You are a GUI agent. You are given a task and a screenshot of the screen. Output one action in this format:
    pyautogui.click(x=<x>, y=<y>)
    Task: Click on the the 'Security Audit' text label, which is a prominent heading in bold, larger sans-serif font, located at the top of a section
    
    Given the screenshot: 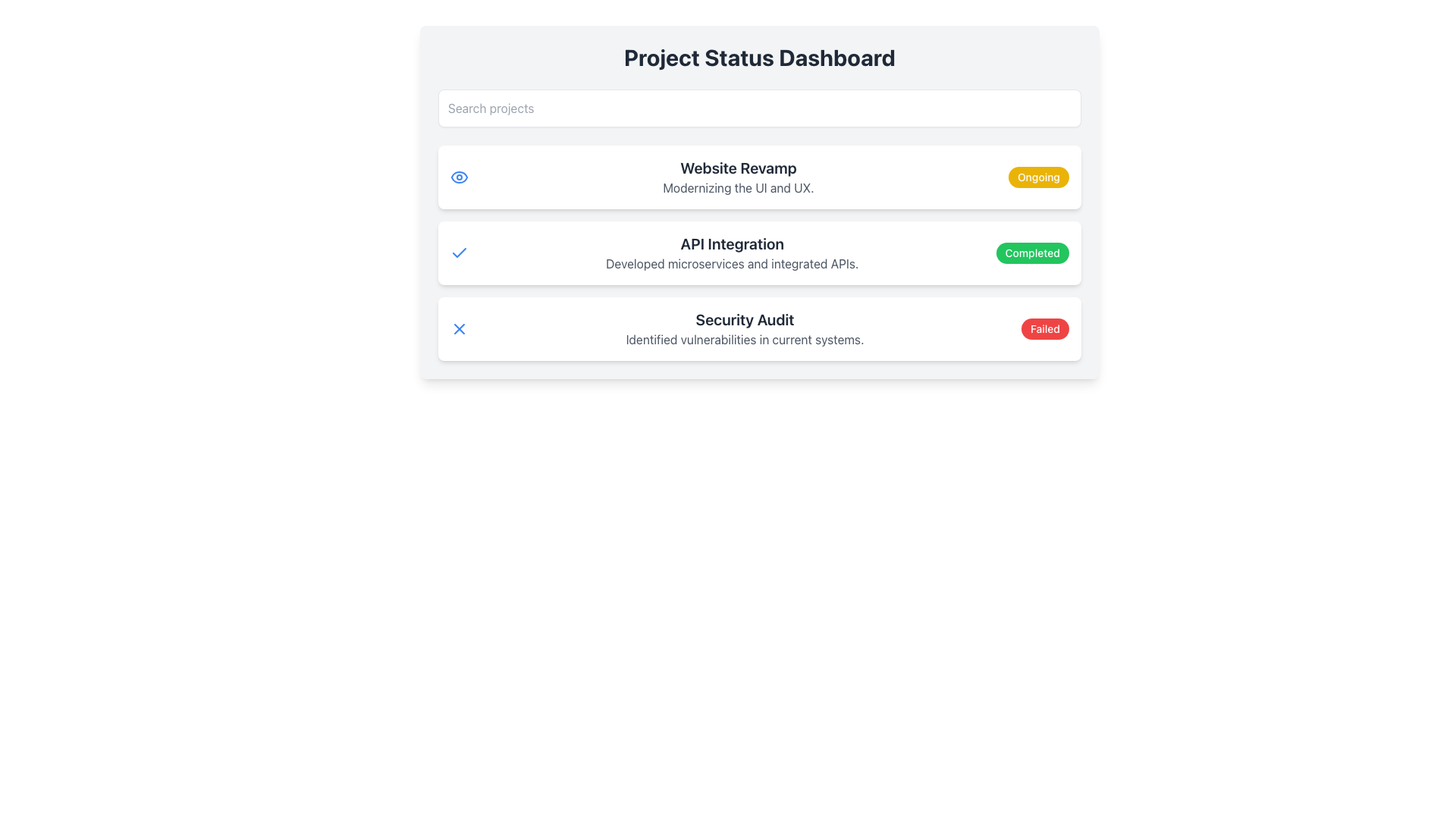 What is the action you would take?
    pyautogui.click(x=745, y=318)
    